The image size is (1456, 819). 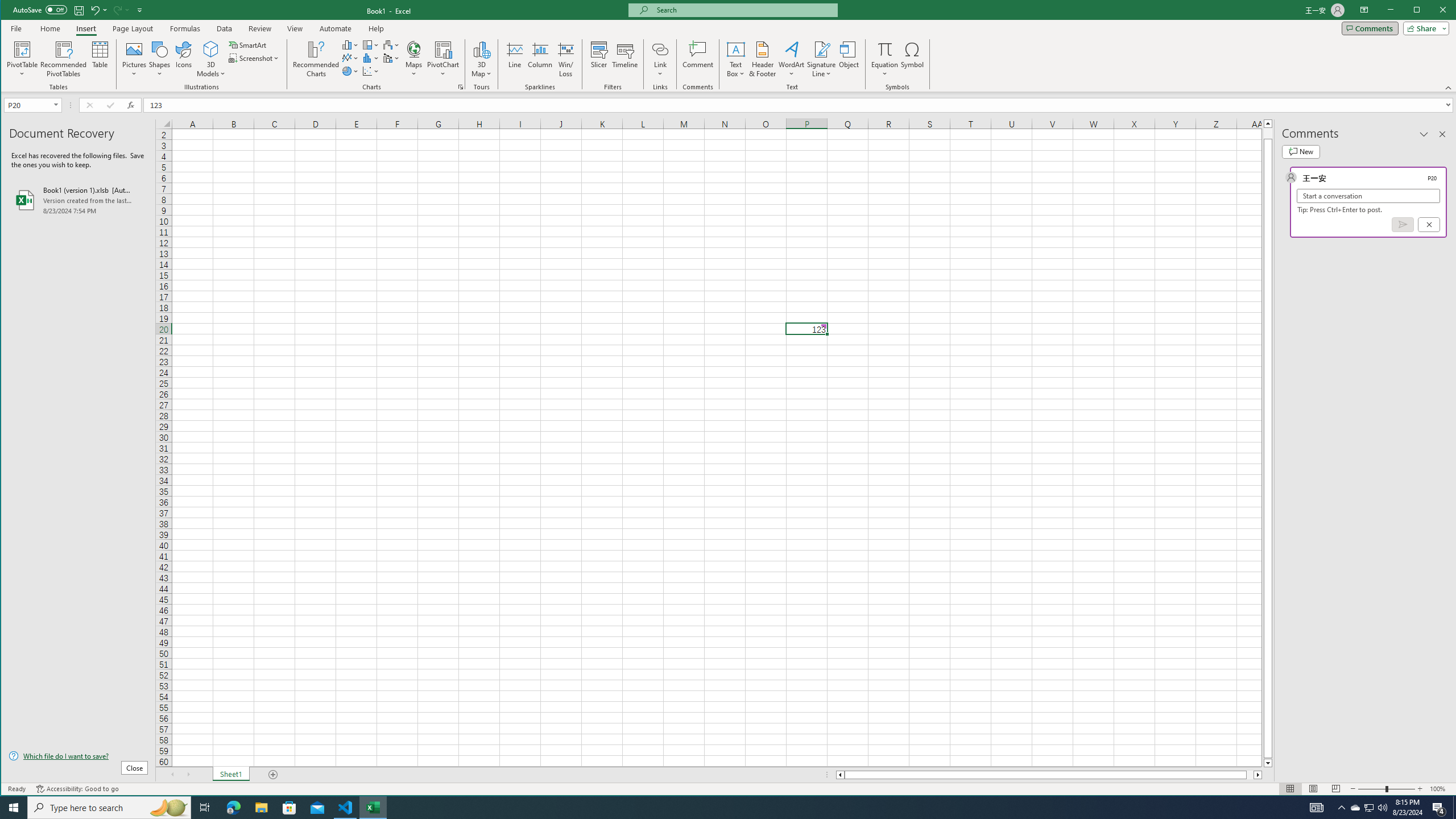 What do you see at coordinates (848, 59) in the screenshot?
I see `'Object...'` at bounding box center [848, 59].